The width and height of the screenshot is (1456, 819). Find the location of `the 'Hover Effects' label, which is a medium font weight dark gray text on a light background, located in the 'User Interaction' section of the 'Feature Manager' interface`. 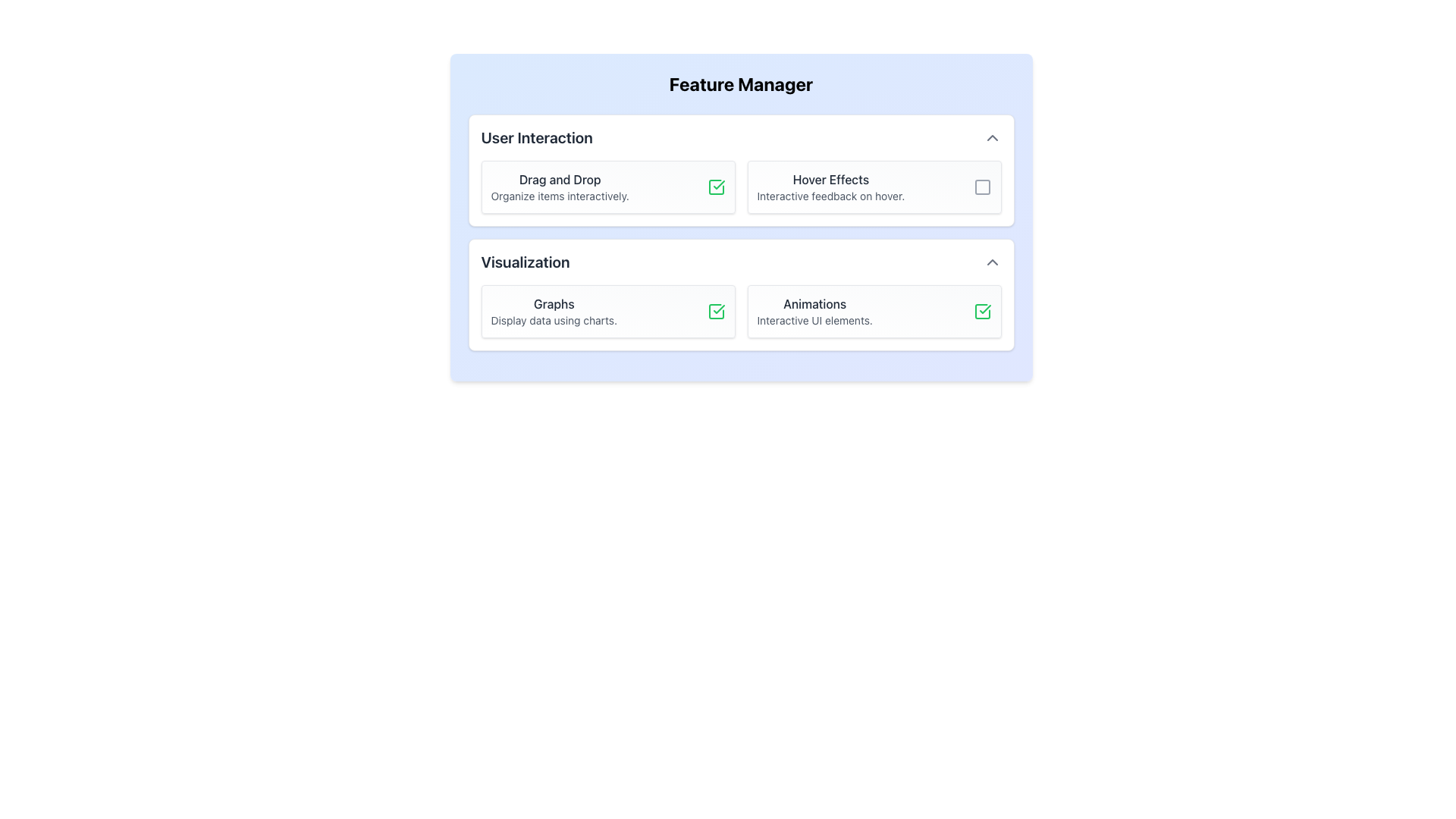

the 'Hover Effects' label, which is a medium font weight dark gray text on a light background, located in the 'User Interaction' section of the 'Feature Manager' interface is located at coordinates (830, 178).